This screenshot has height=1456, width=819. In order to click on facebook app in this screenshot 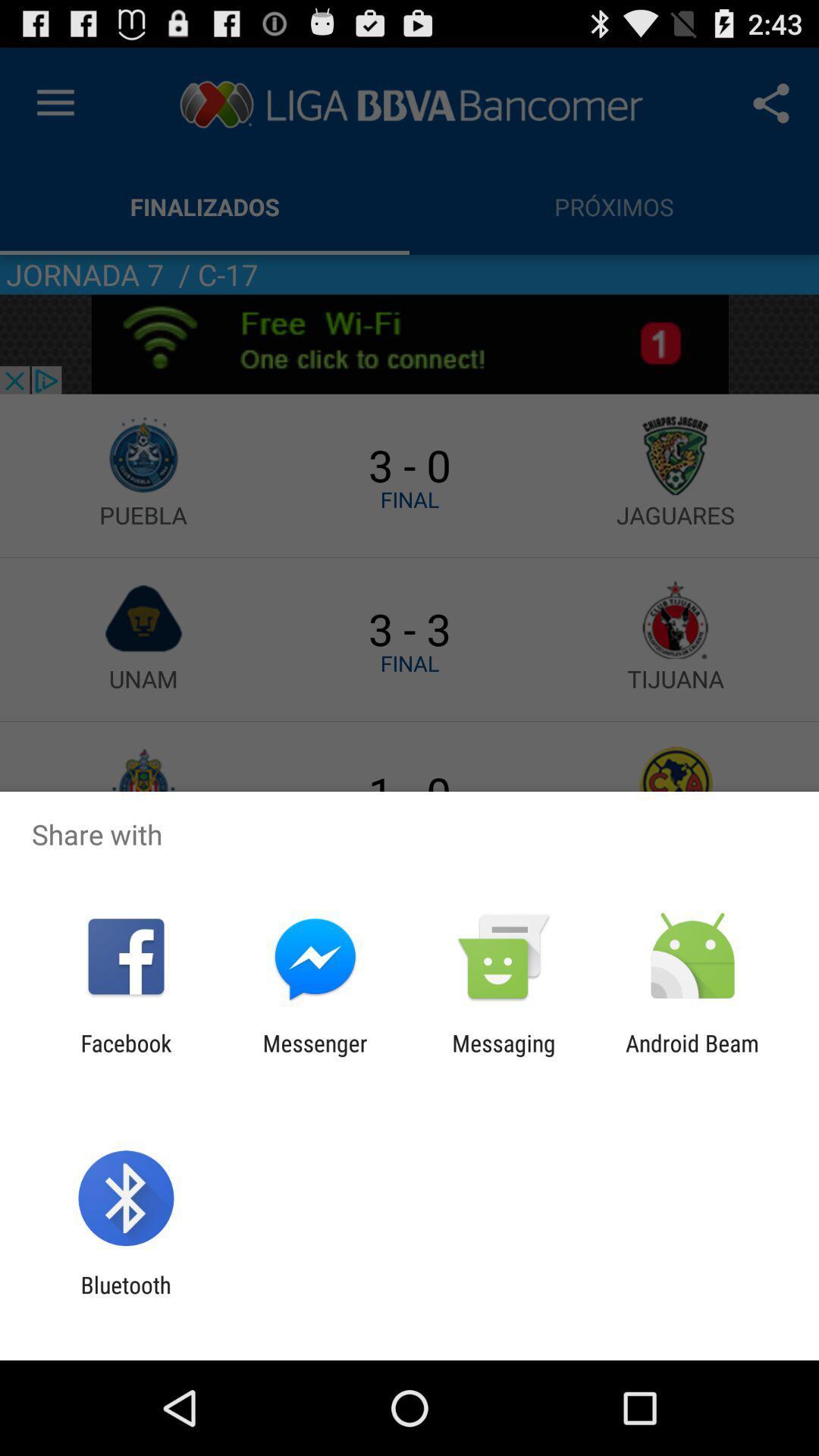, I will do `click(125, 1056)`.